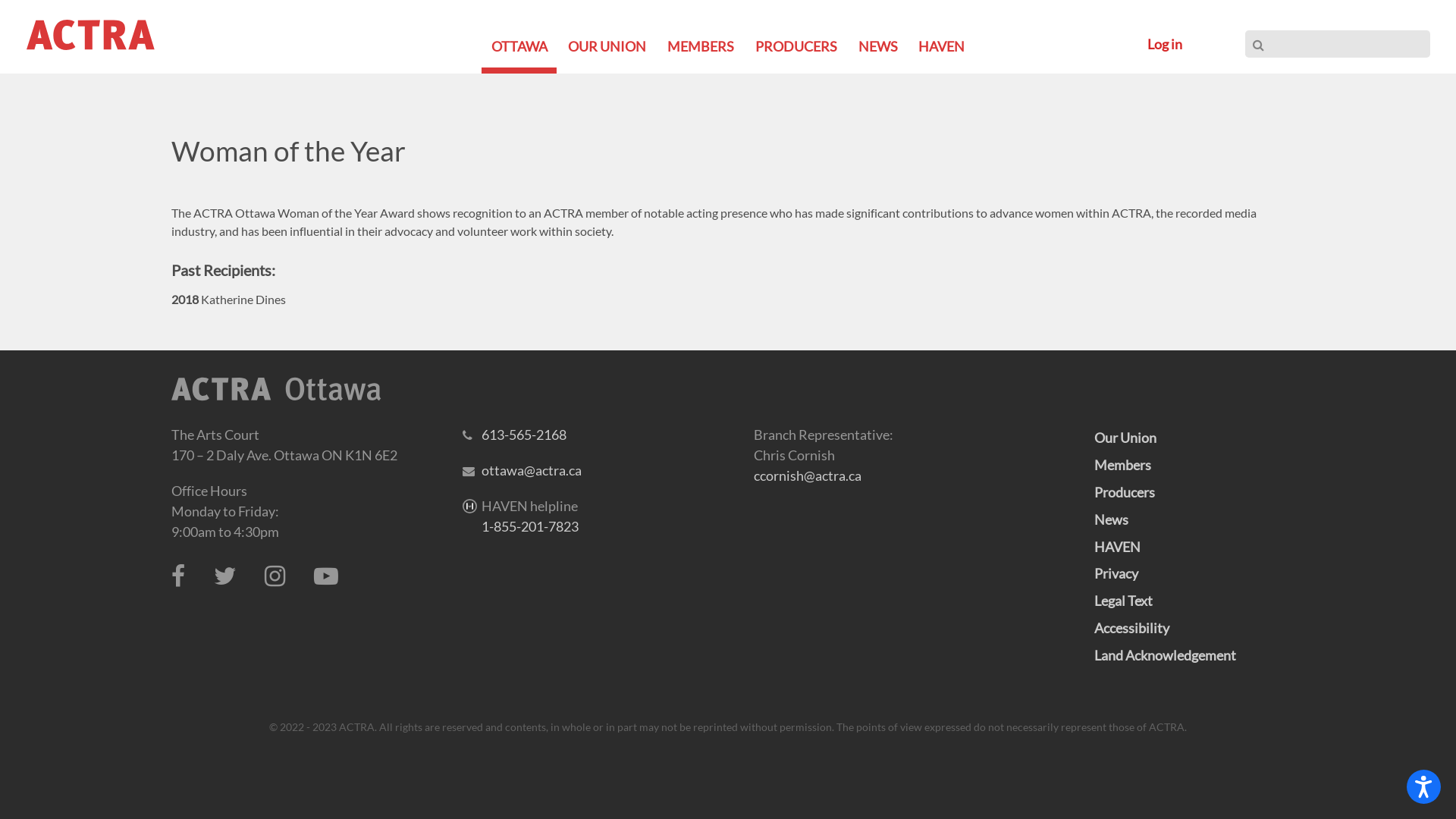  I want to click on 'Our Union', so click(1125, 438).